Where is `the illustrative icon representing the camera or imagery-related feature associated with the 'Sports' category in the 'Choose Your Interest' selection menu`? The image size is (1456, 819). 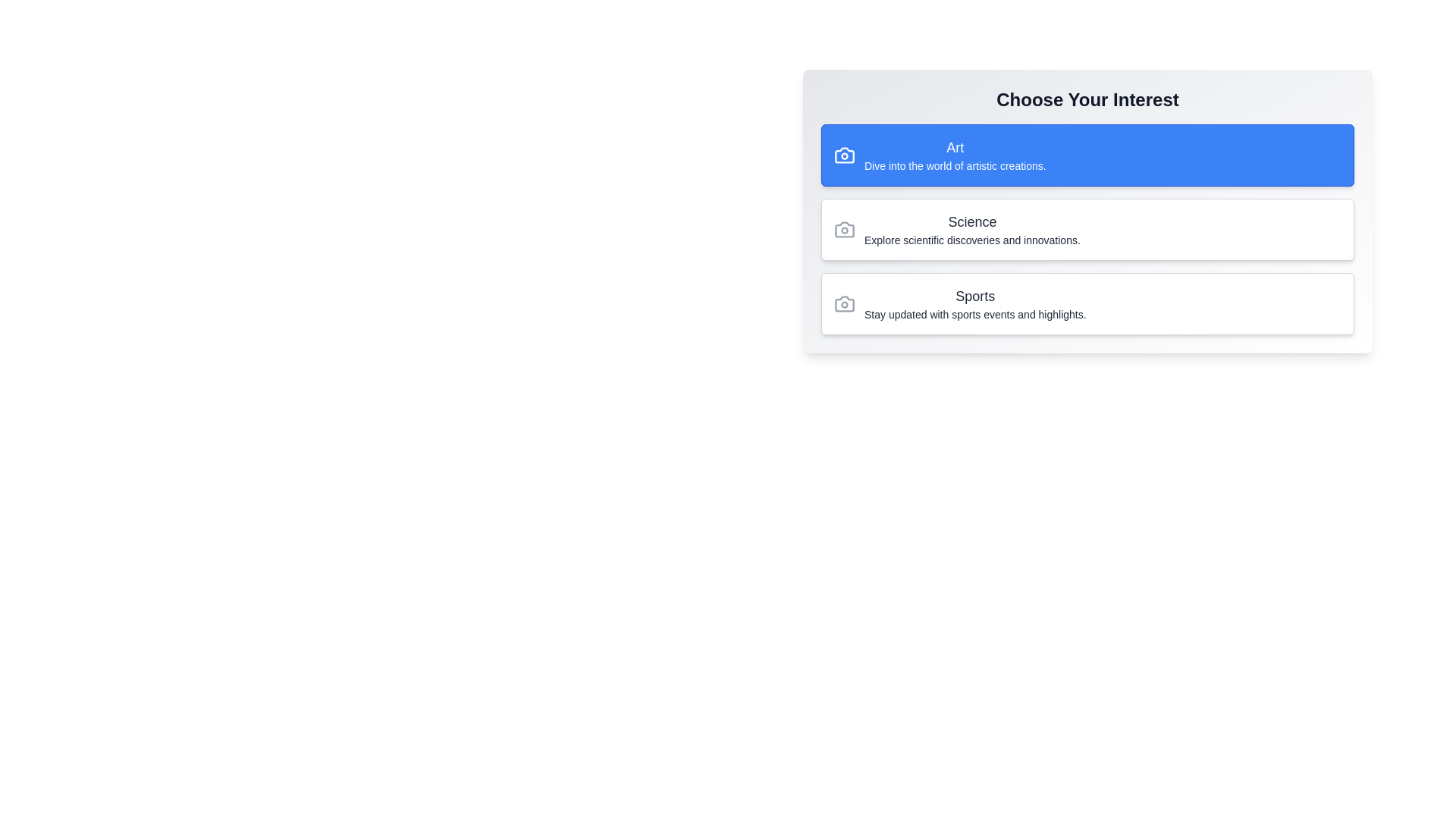 the illustrative icon representing the camera or imagery-related feature associated with the 'Sports' category in the 'Choose Your Interest' selection menu is located at coordinates (843, 304).